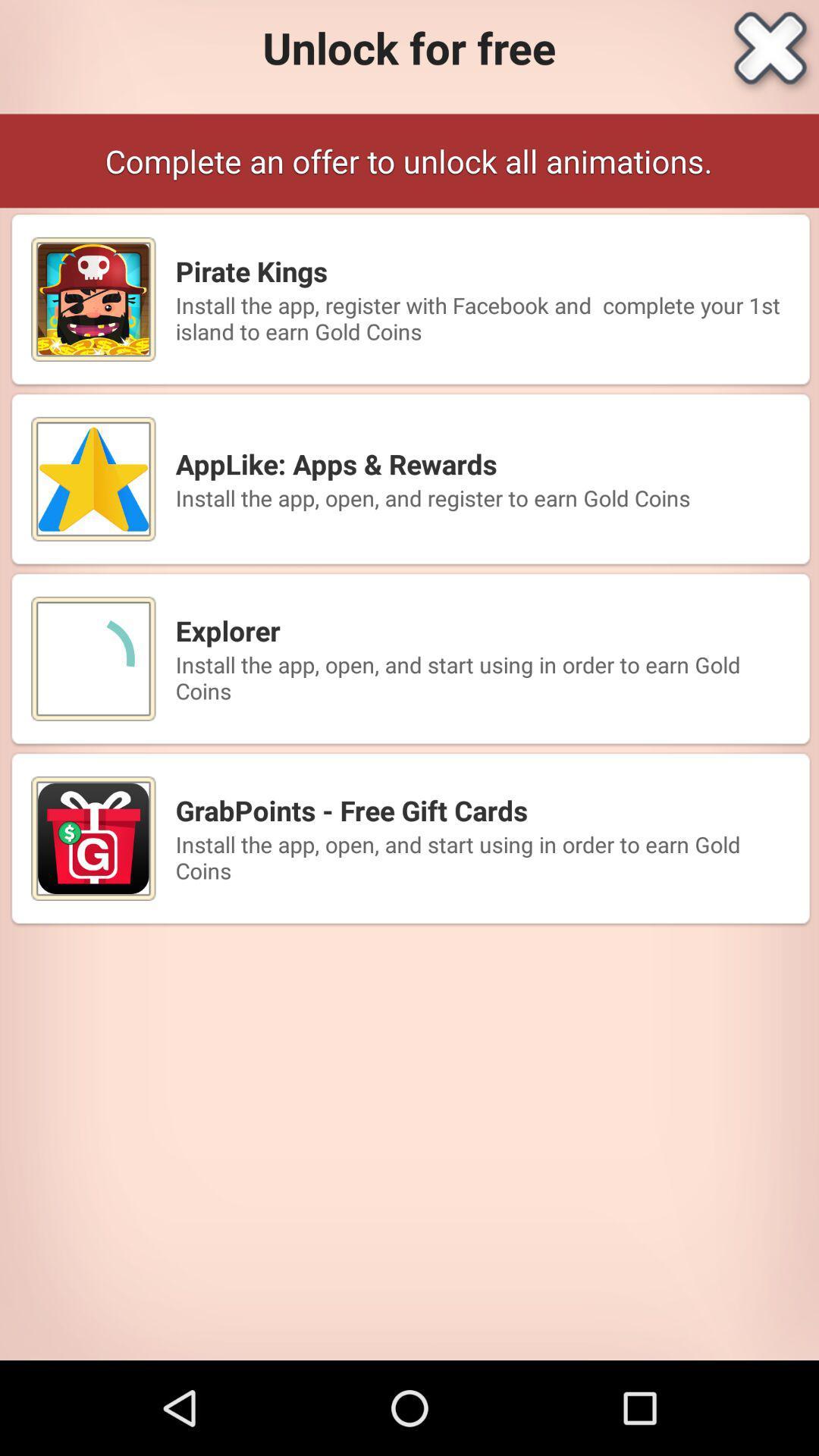 This screenshot has width=819, height=1456. Describe the element at coordinates (93, 299) in the screenshot. I see `mini image left to pirate kings` at that location.